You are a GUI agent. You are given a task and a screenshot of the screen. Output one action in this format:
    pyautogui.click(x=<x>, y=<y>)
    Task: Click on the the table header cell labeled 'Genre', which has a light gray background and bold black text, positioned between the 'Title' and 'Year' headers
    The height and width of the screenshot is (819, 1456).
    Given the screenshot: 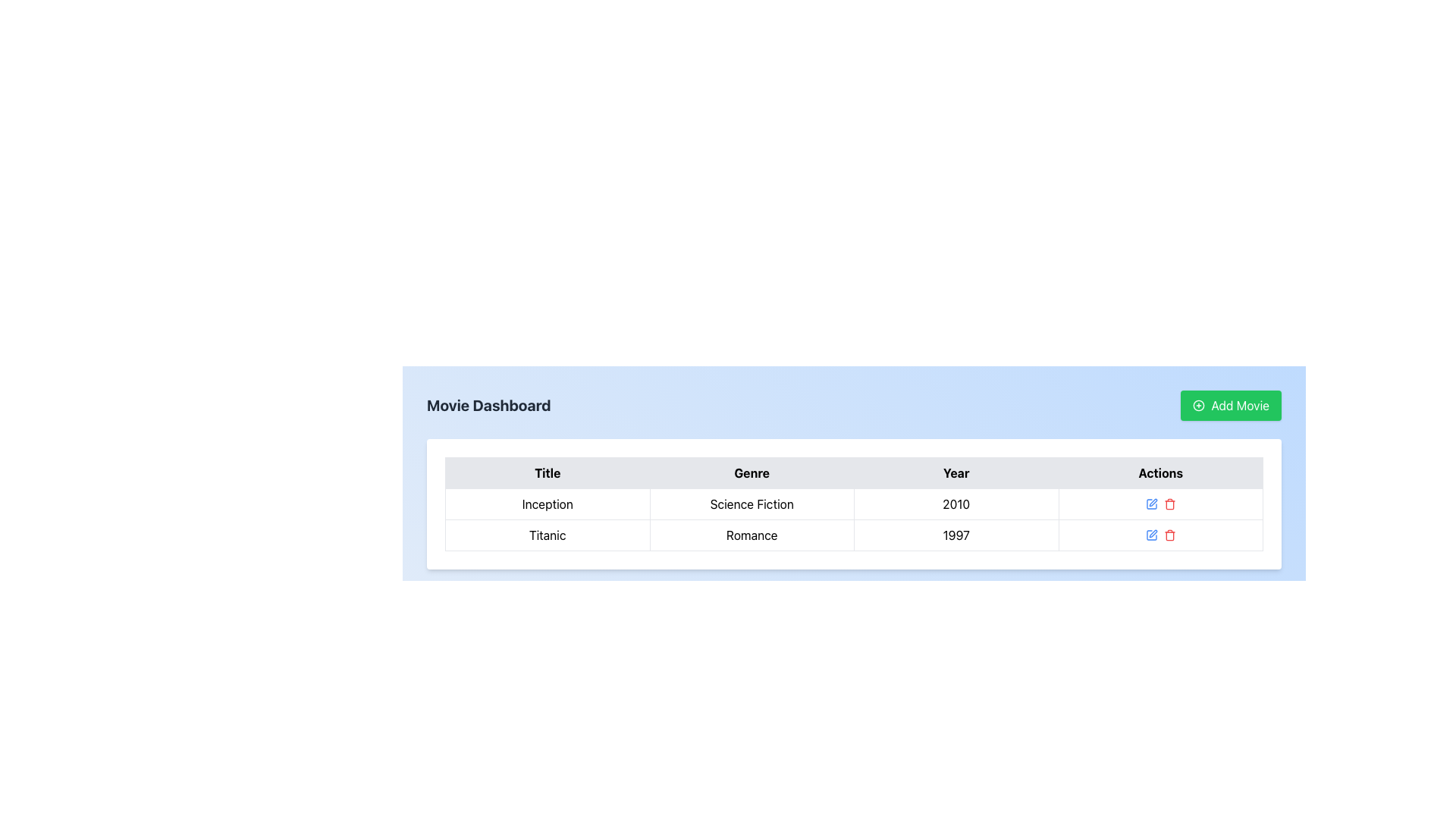 What is the action you would take?
    pyautogui.click(x=752, y=472)
    